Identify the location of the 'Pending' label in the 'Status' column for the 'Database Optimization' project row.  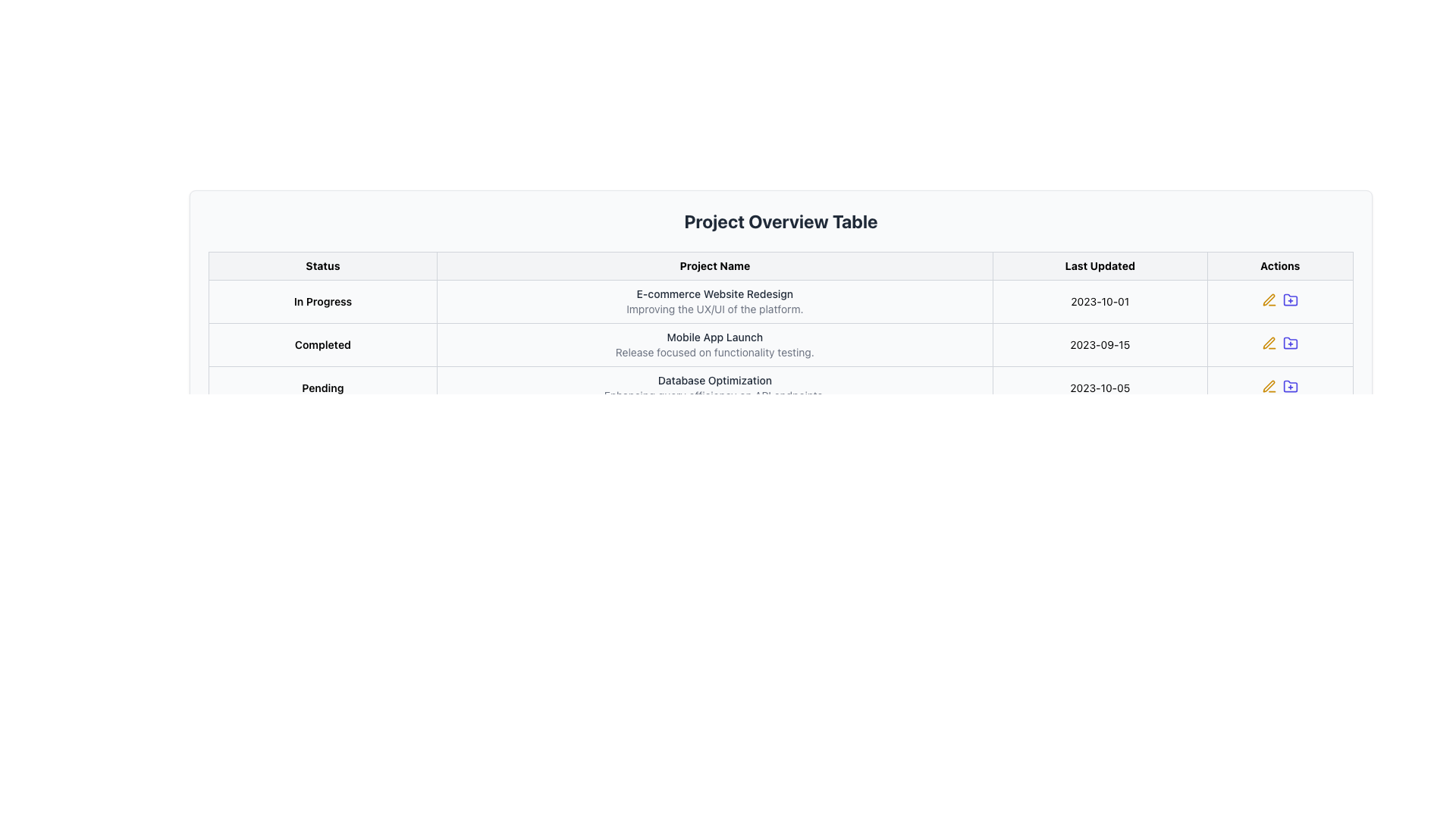
(322, 388).